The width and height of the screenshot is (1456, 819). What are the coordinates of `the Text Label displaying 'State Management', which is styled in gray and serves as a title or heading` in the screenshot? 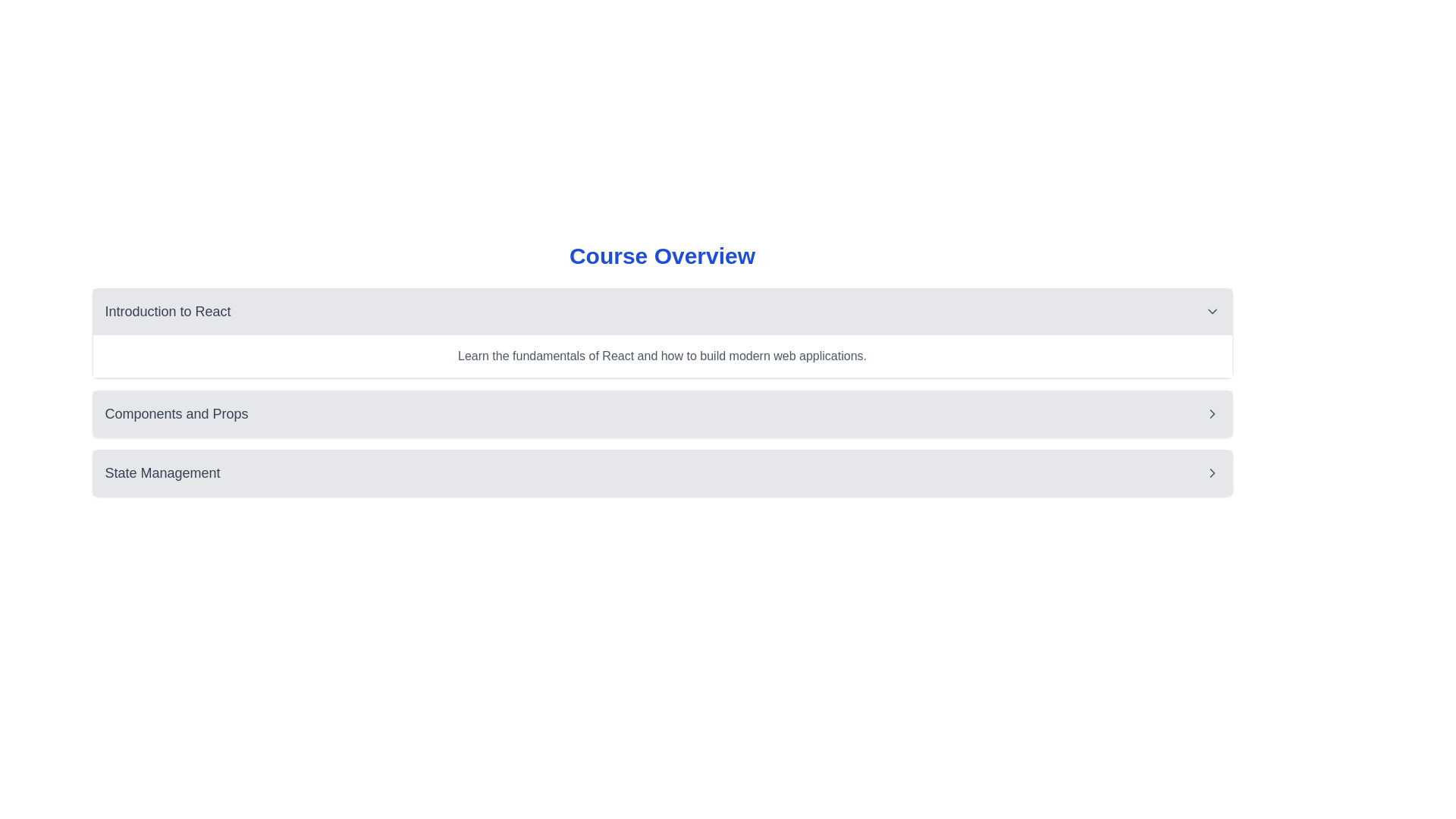 It's located at (162, 472).